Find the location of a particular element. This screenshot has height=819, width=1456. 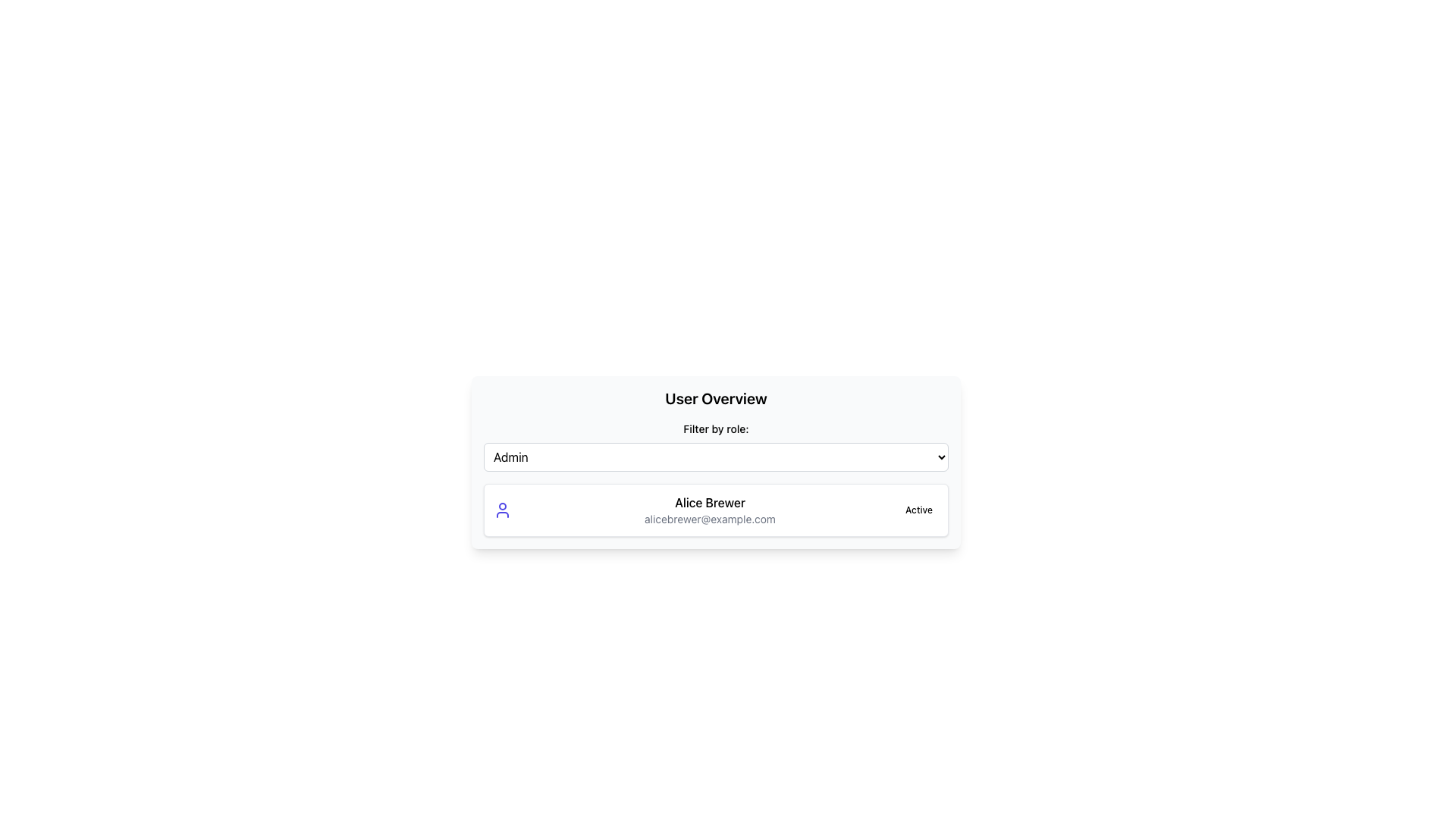

text from the label indicating the purpose of the associated dropdown menu for filtering content by user roles, located just above the dropdown menu under the heading 'User Overview' is located at coordinates (715, 429).